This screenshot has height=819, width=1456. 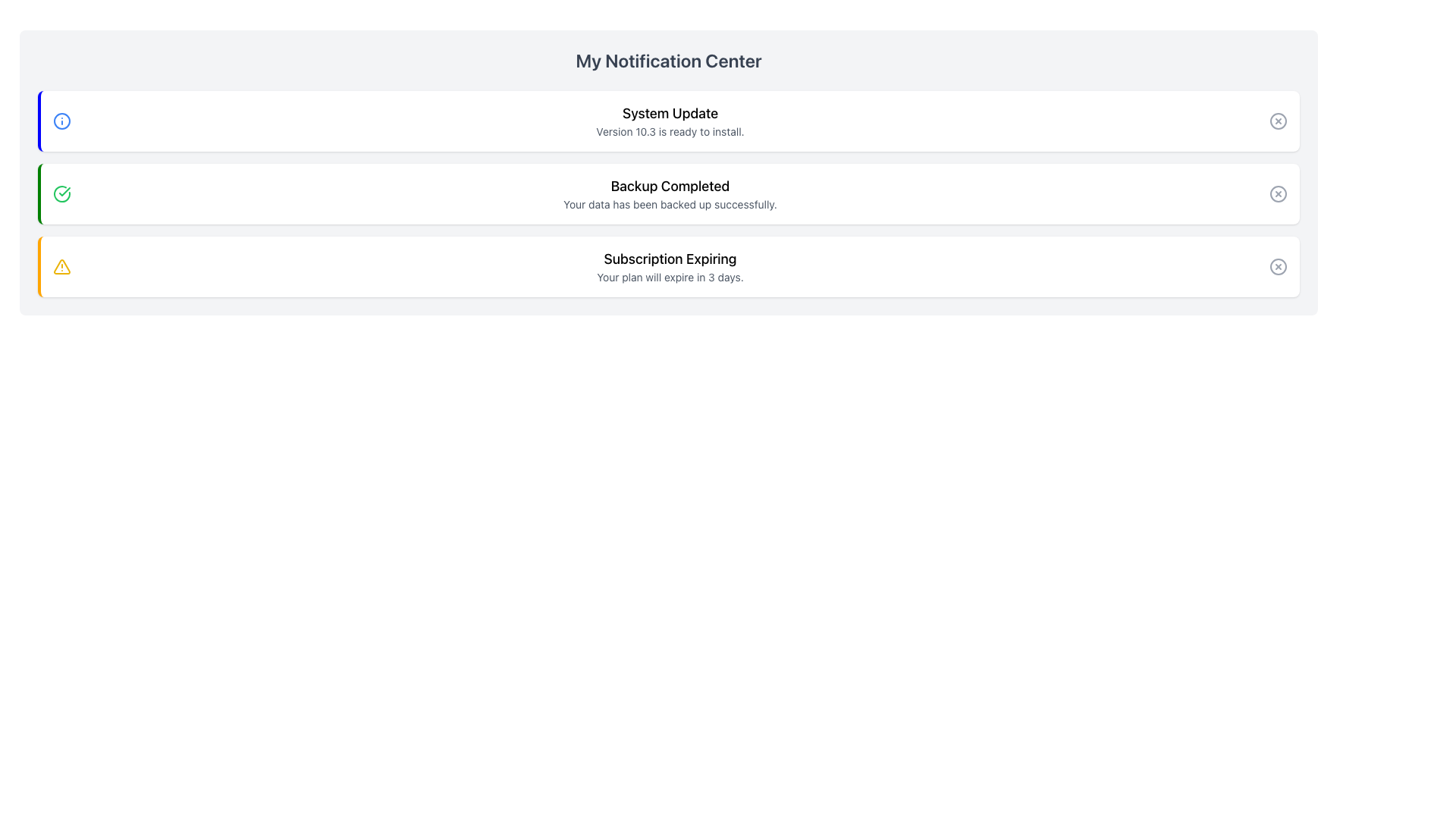 I want to click on text label stating 'Version 10.3 is ready to install.' located below the 'System Update' title in the notification center, so click(x=669, y=130).